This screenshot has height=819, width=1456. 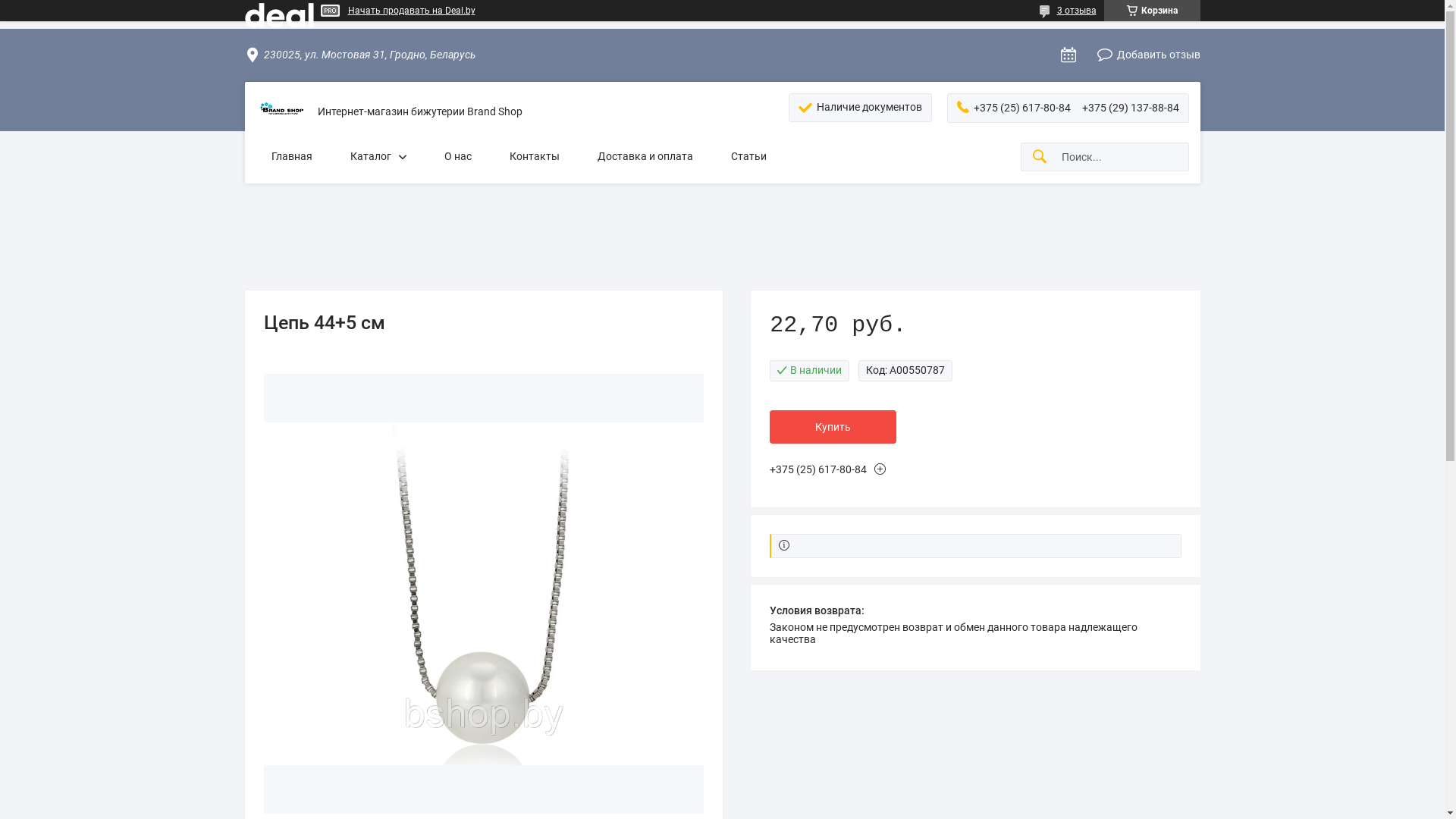 I want to click on 'Brand Shop', so click(x=281, y=111).